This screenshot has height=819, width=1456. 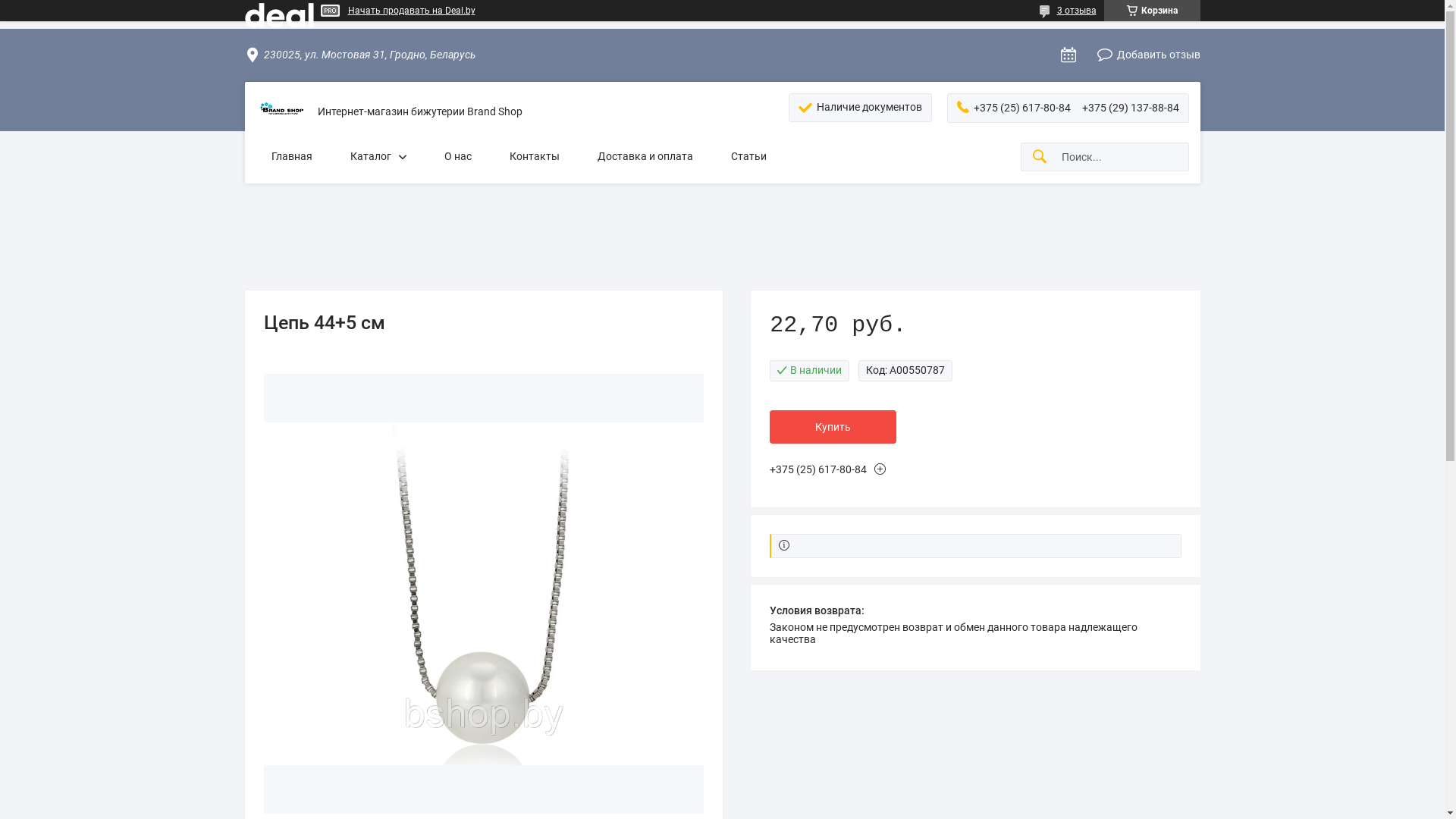 I want to click on 'Brand Shop', so click(x=281, y=111).